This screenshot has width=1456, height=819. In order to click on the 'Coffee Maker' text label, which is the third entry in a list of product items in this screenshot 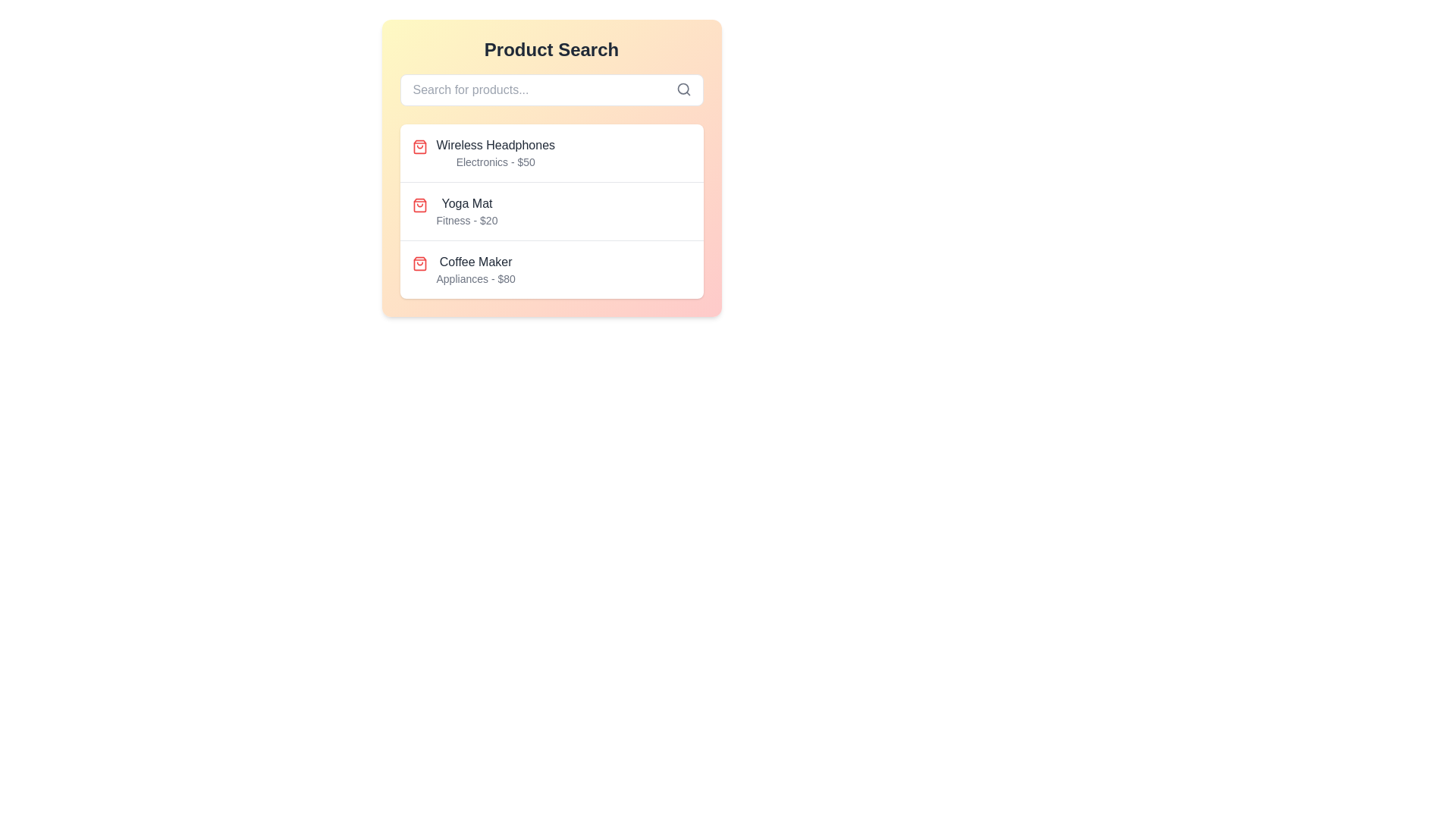, I will do `click(475, 262)`.